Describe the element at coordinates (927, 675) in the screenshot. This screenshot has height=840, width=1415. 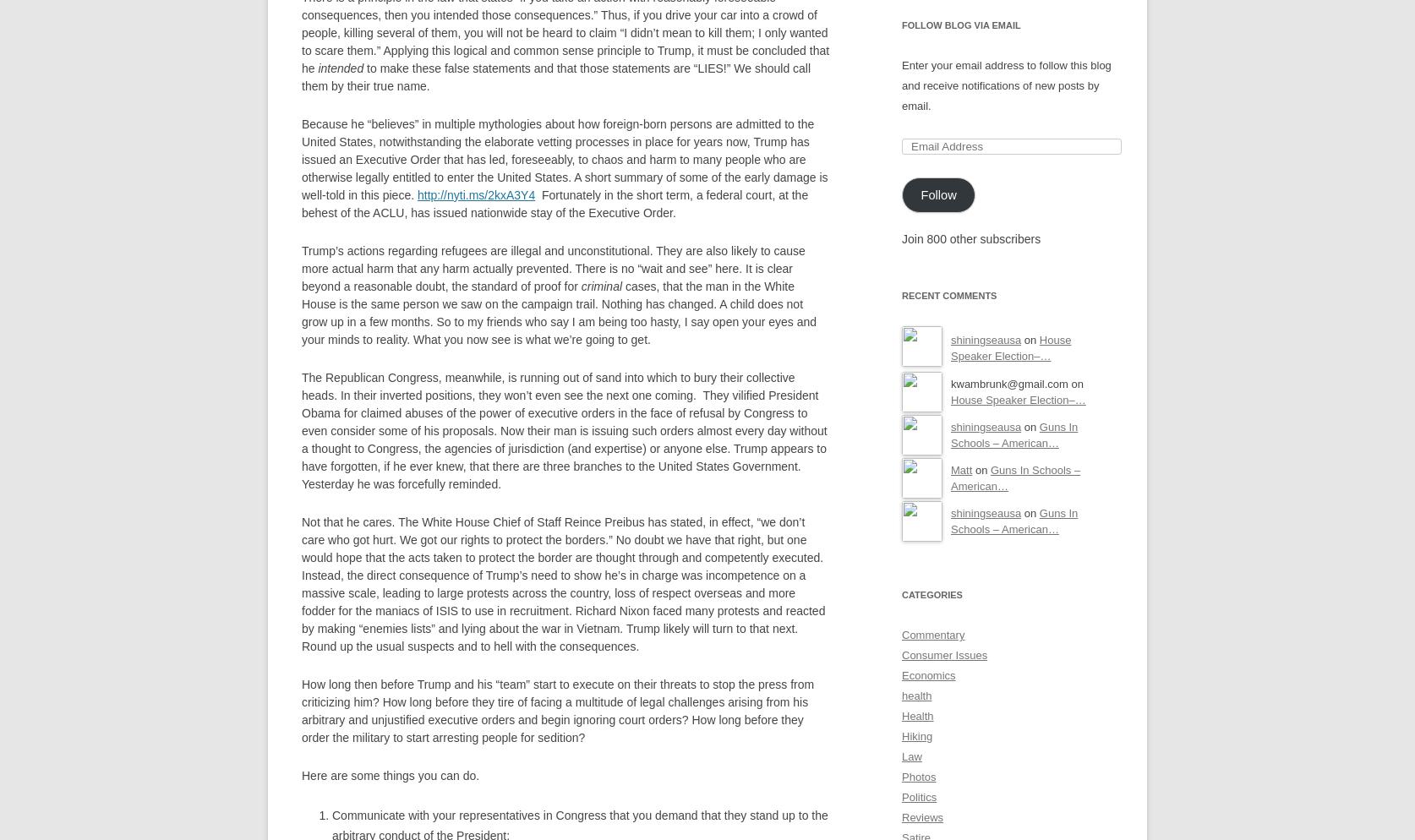
I see `'Economics'` at that location.